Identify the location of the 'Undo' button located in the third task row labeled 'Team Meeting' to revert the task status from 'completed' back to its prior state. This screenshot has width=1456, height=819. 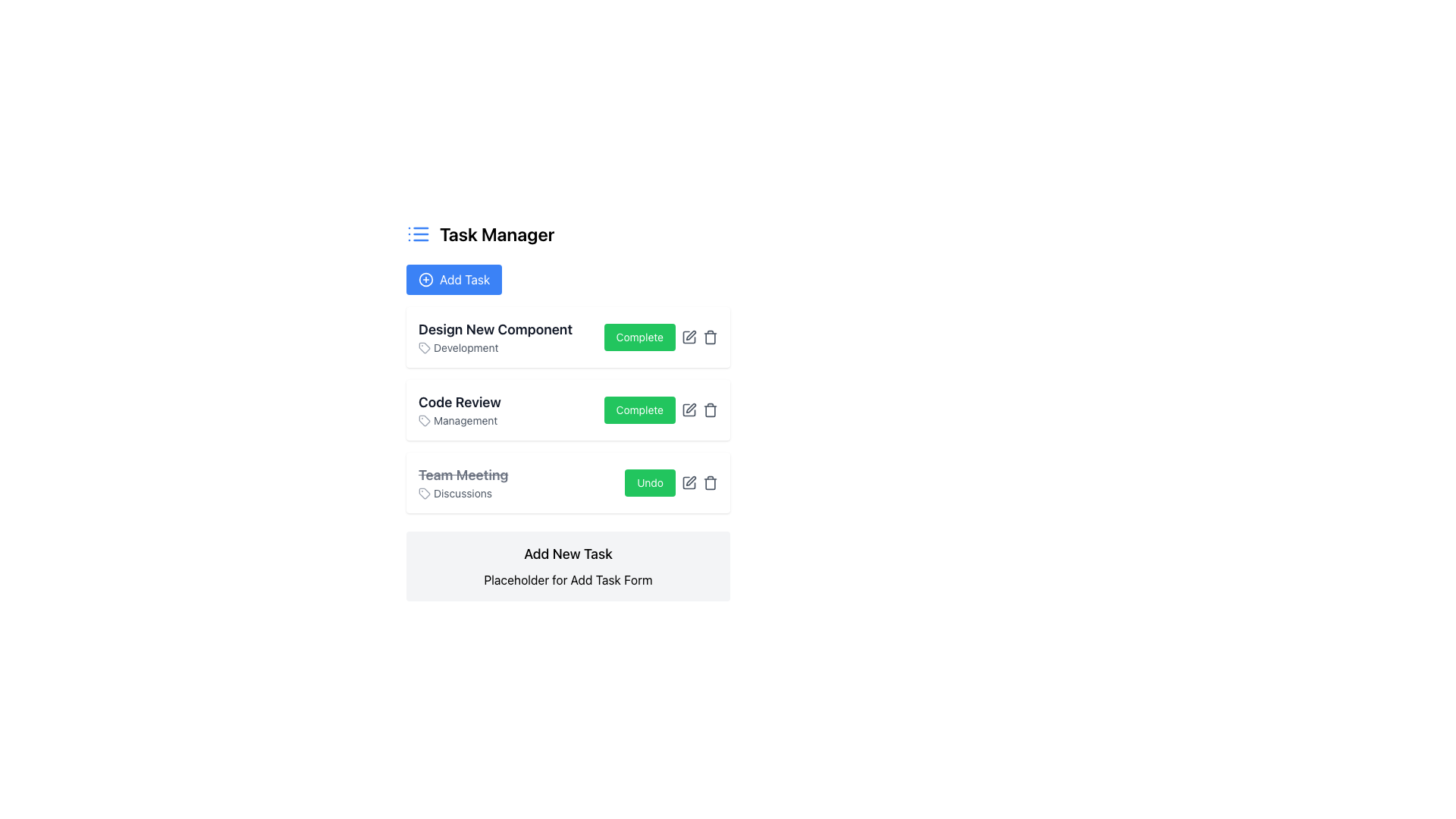
(650, 482).